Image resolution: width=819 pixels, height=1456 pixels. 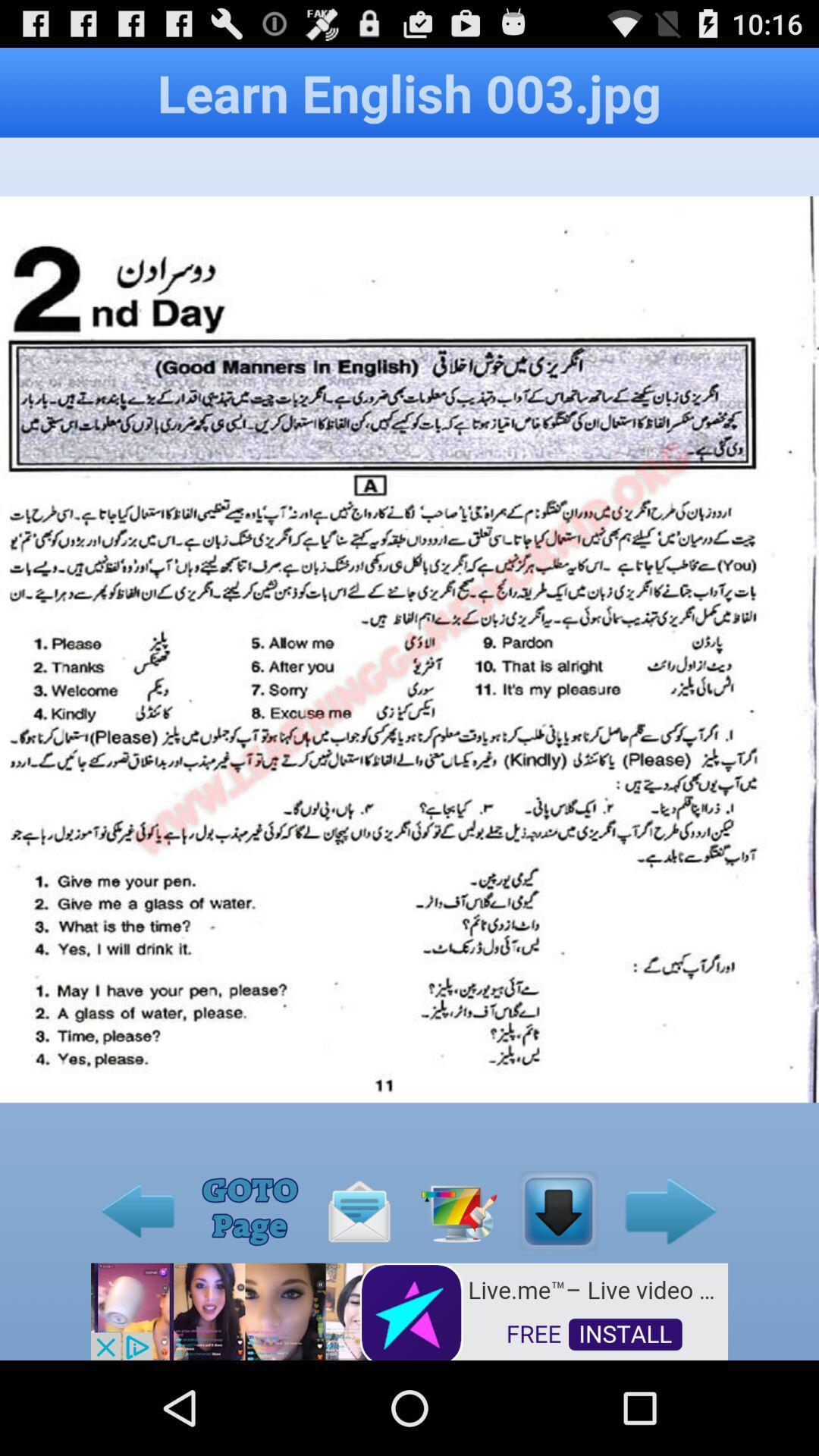 I want to click on the arrow_backward icon, so click(x=150, y=1294).